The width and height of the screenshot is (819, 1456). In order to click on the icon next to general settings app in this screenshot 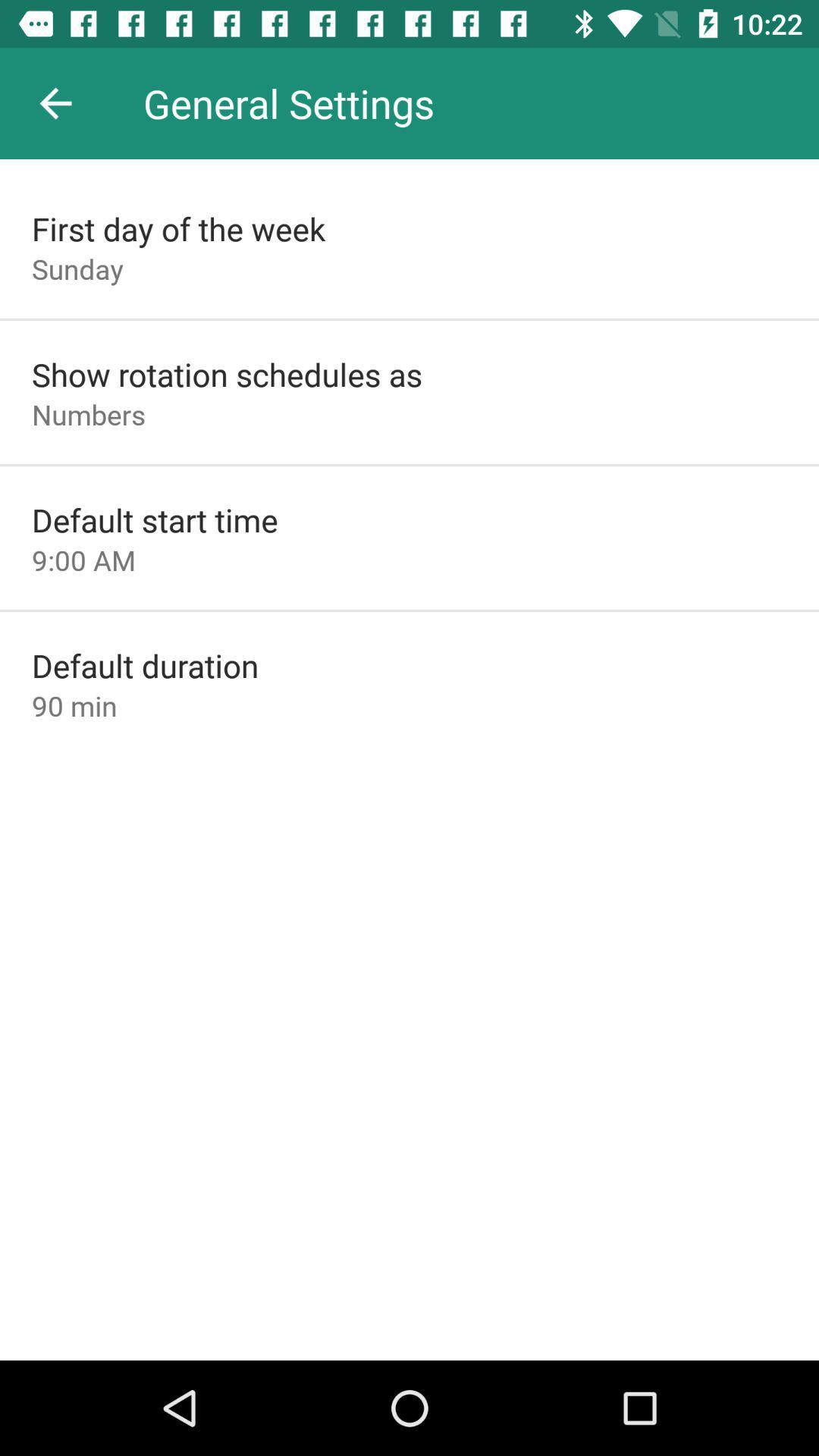, I will do `click(55, 102)`.